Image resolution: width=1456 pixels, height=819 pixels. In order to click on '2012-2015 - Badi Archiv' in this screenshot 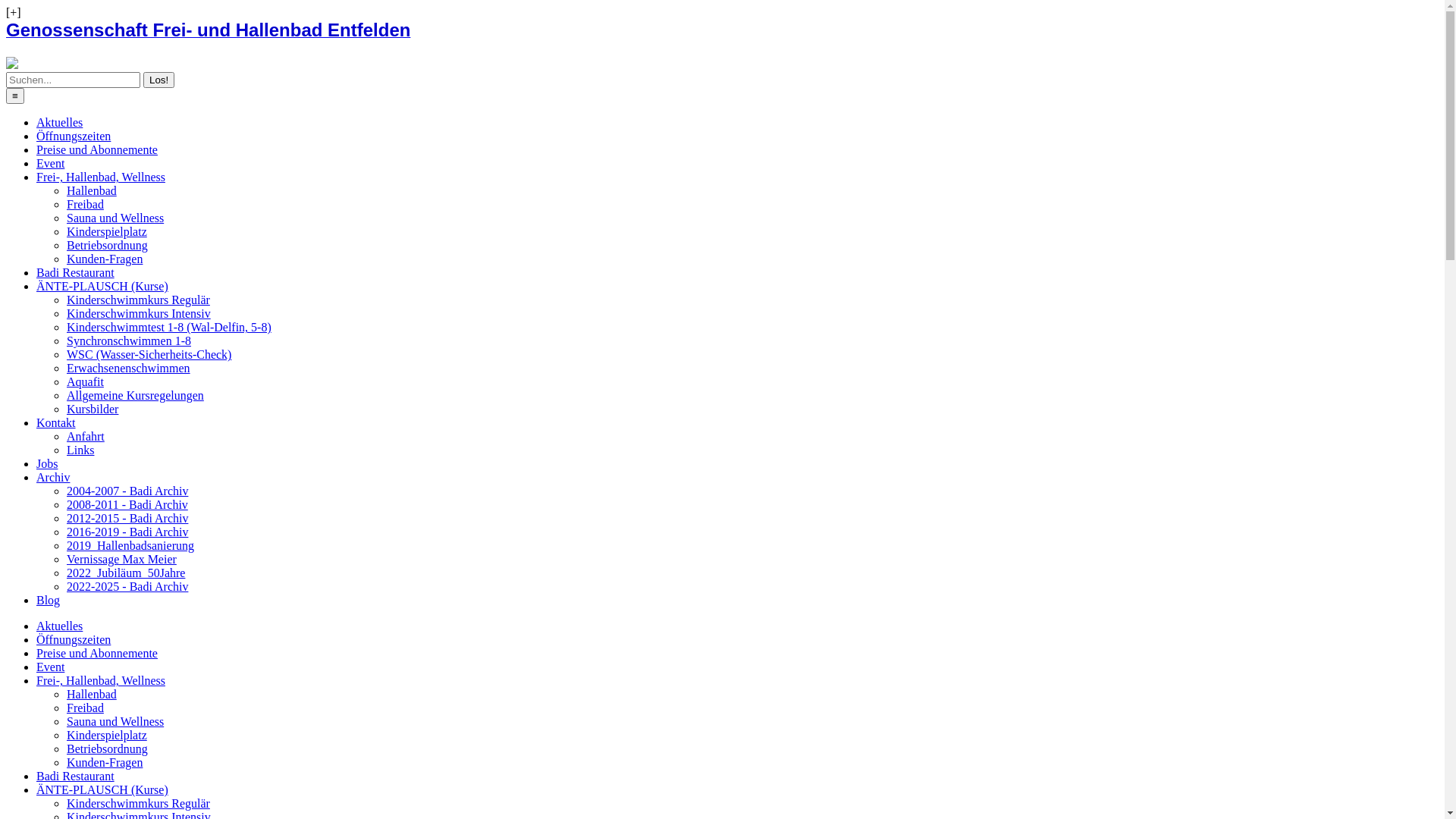, I will do `click(127, 517)`.